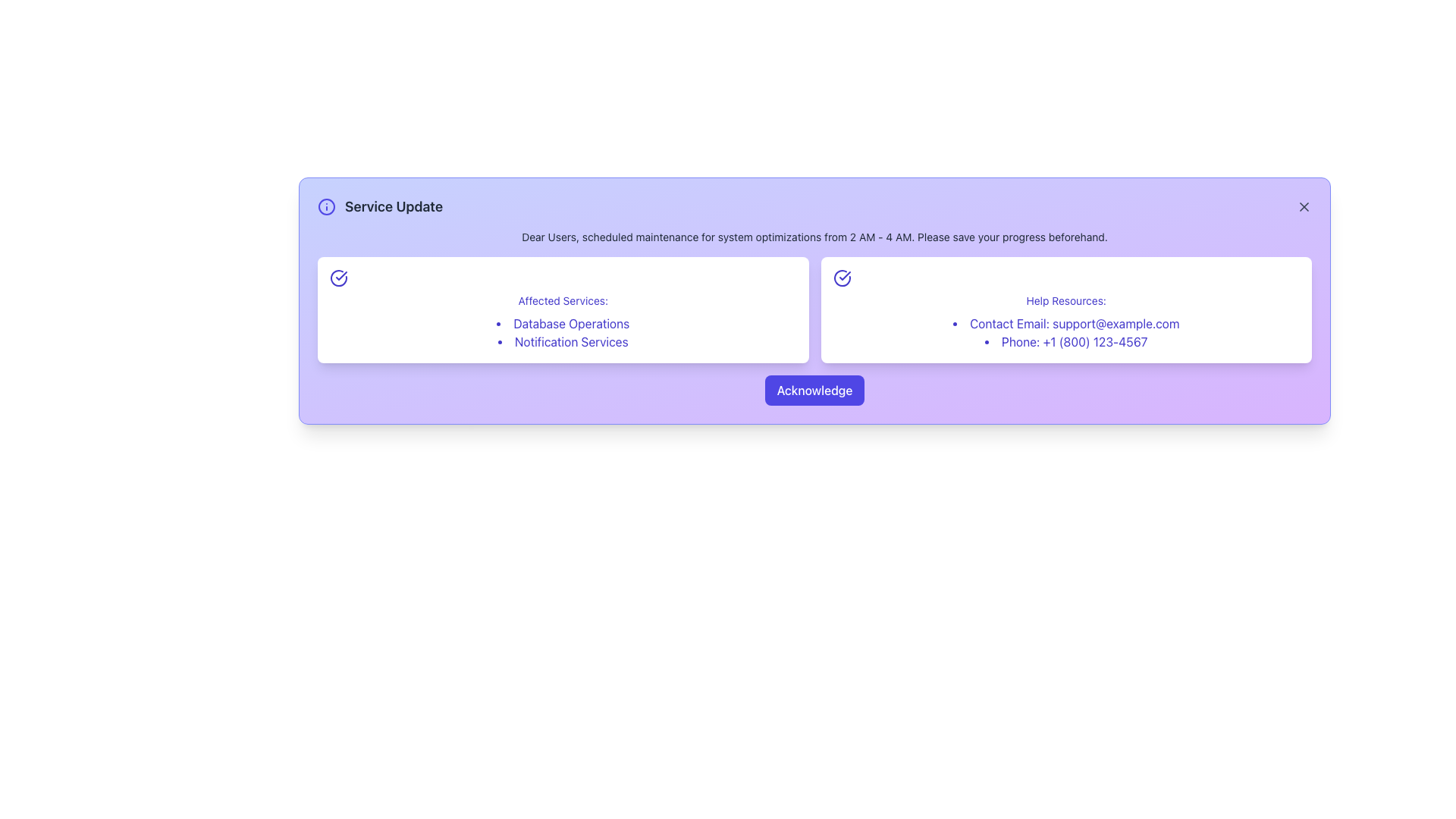  Describe the element at coordinates (394, 207) in the screenshot. I see `the title text of the notification card located in the header section, positioned to the right of the icon` at that location.